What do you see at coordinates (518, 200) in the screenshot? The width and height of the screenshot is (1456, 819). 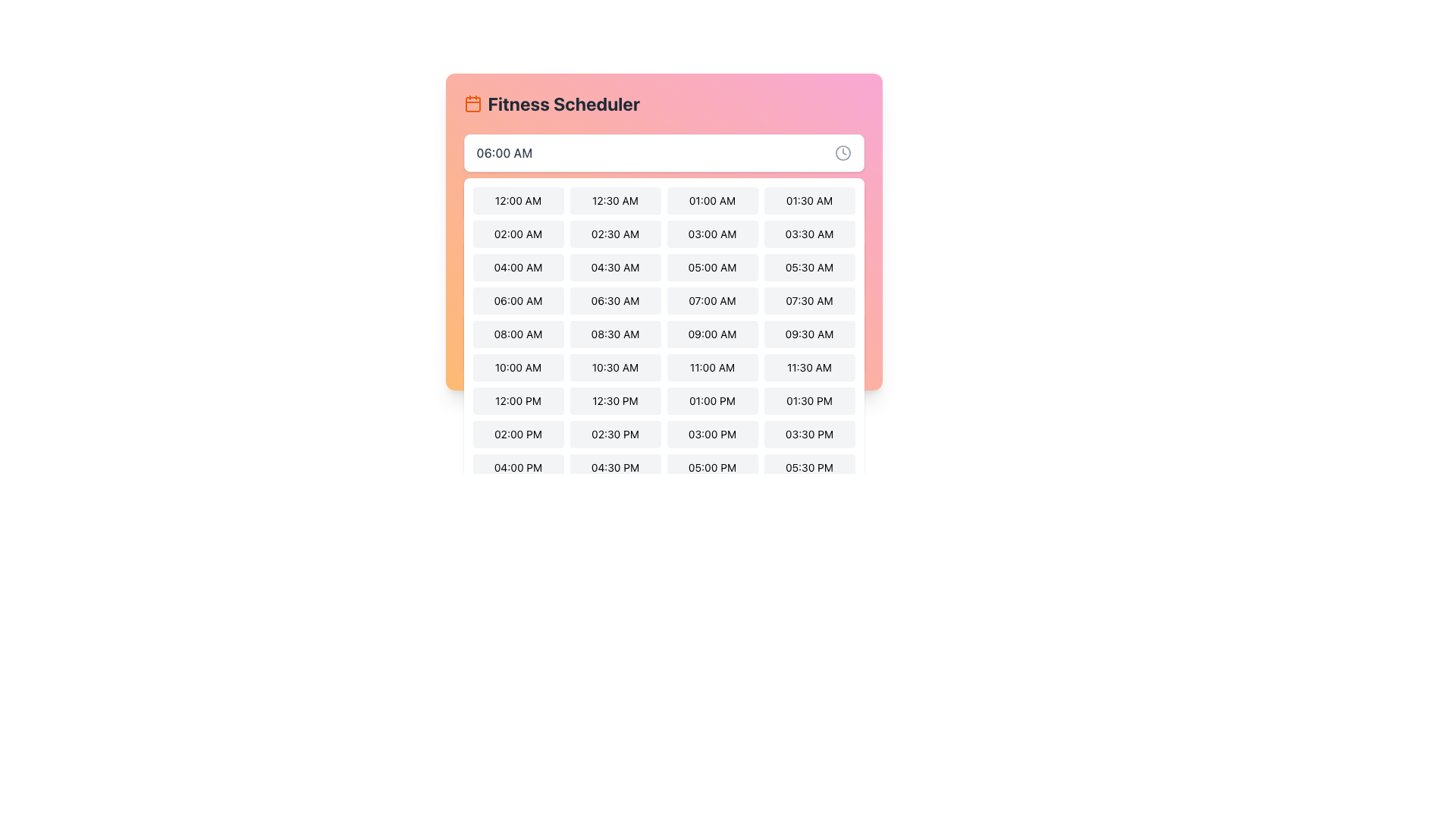 I see `the '12:00 AM' button with a gray background in the time picker to change its background color` at bounding box center [518, 200].